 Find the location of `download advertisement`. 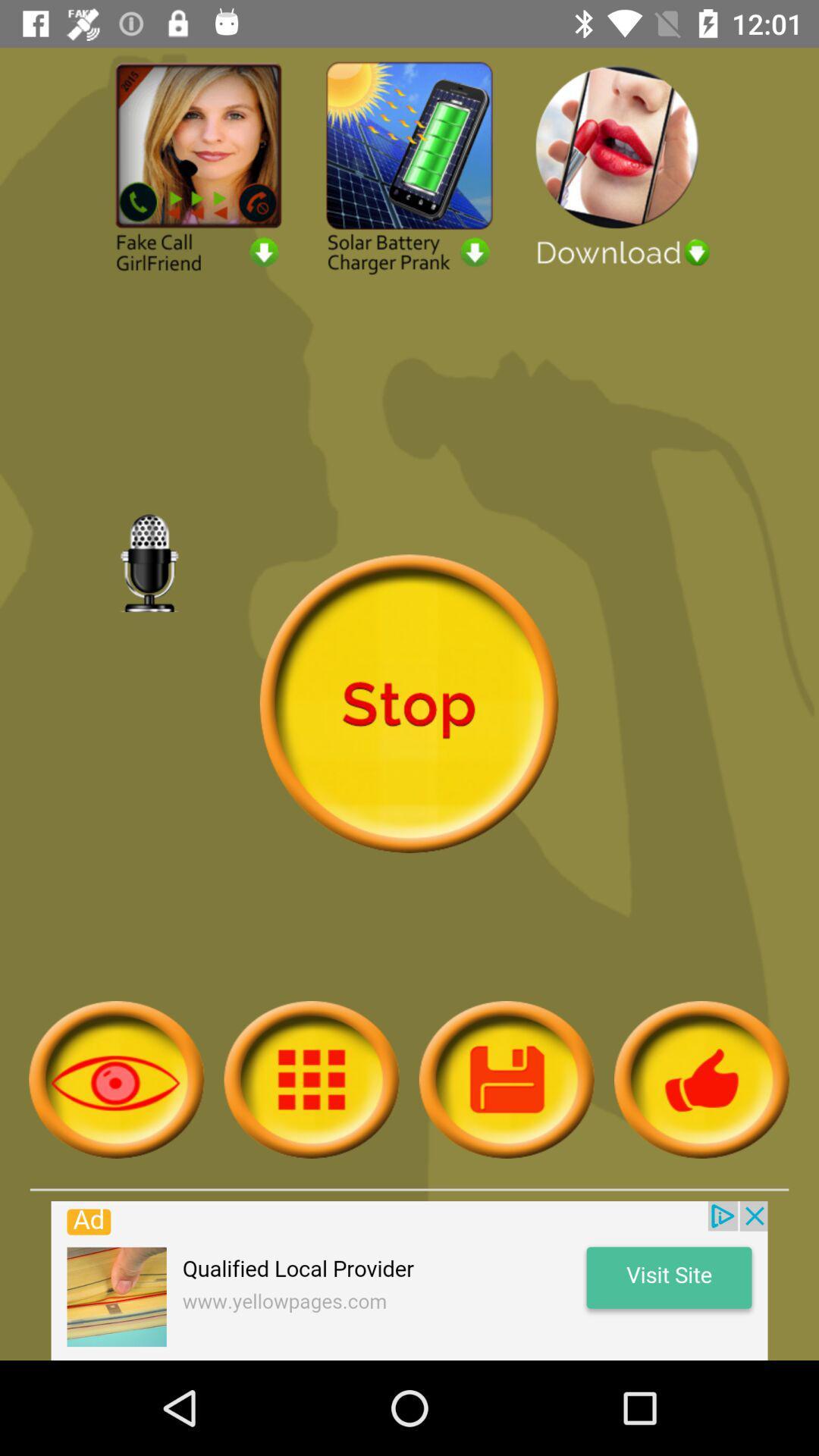

download advertisement is located at coordinates (620, 166).